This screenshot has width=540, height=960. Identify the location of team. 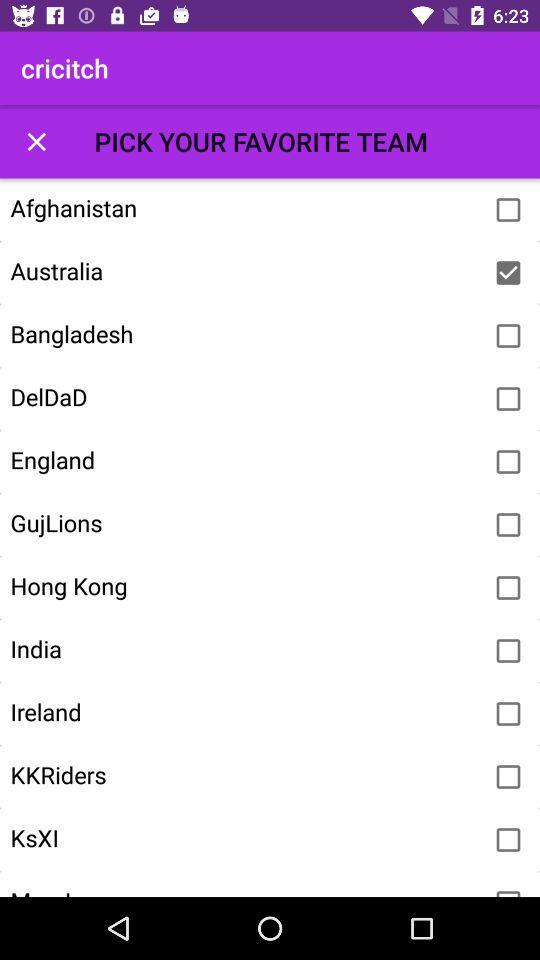
(508, 588).